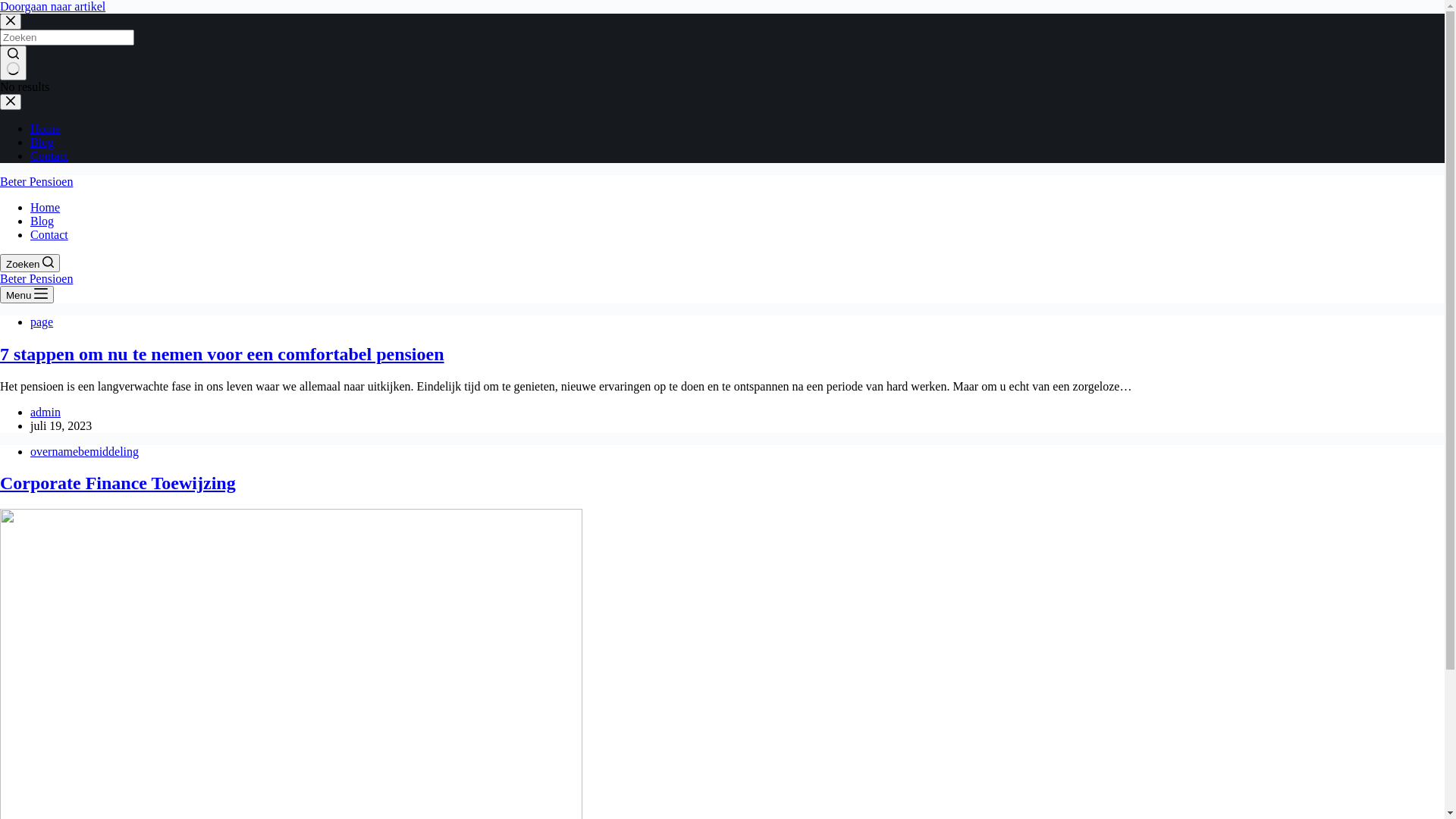  Describe the element at coordinates (45, 207) in the screenshot. I see `'Home'` at that location.